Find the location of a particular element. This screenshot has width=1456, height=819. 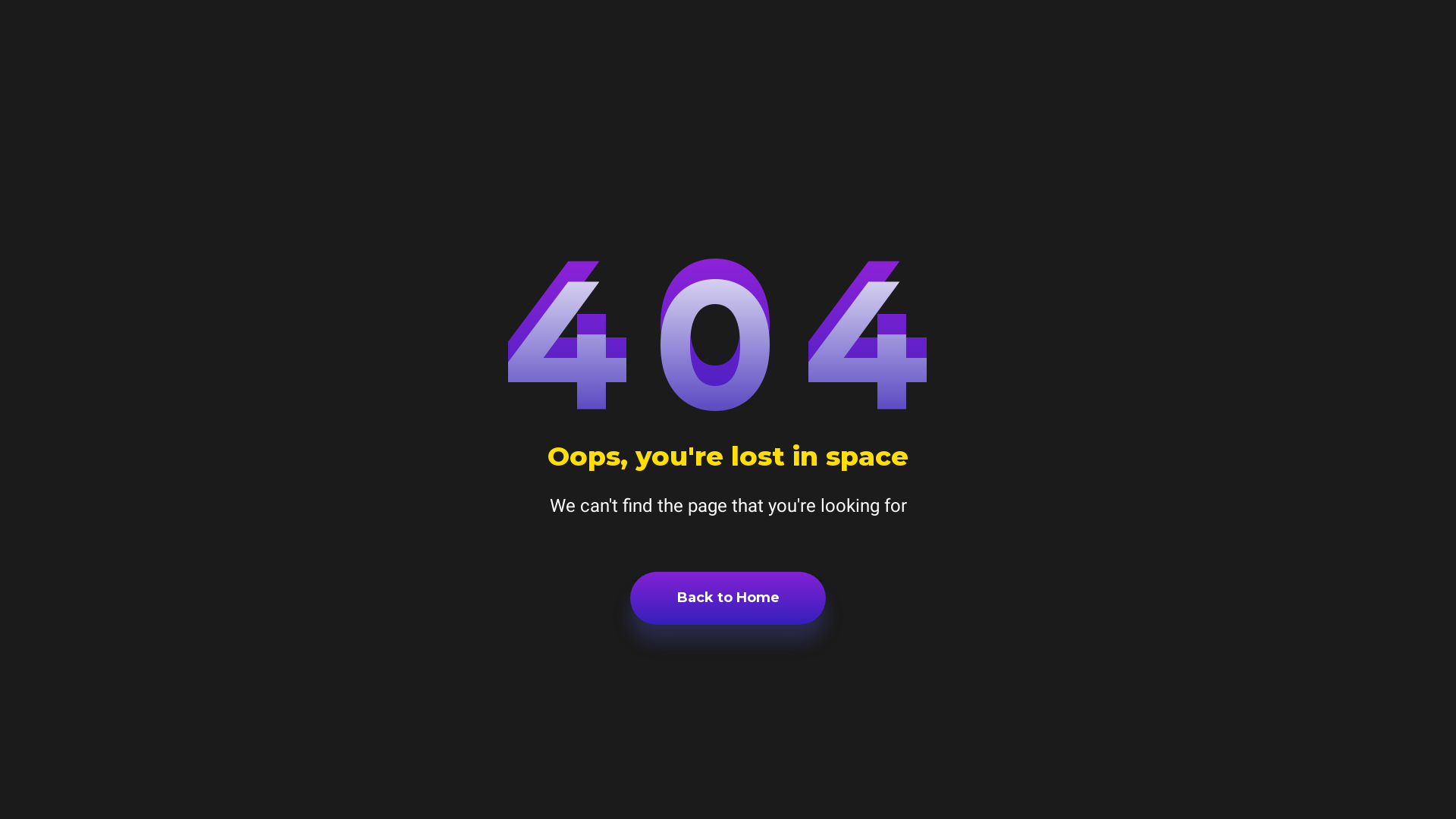

'Back to Home' is located at coordinates (728, 598).